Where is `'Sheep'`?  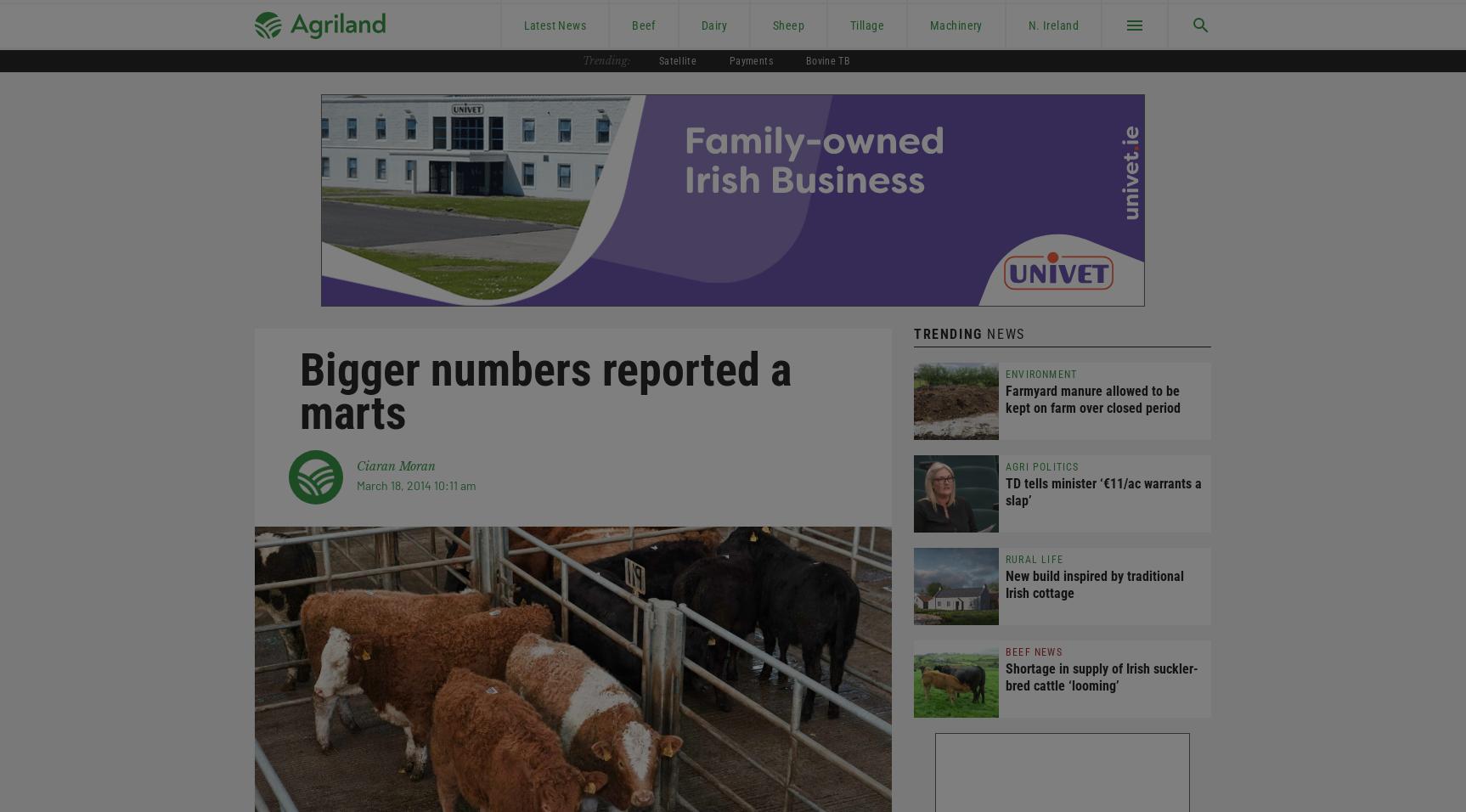 'Sheep' is located at coordinates (788, 23).